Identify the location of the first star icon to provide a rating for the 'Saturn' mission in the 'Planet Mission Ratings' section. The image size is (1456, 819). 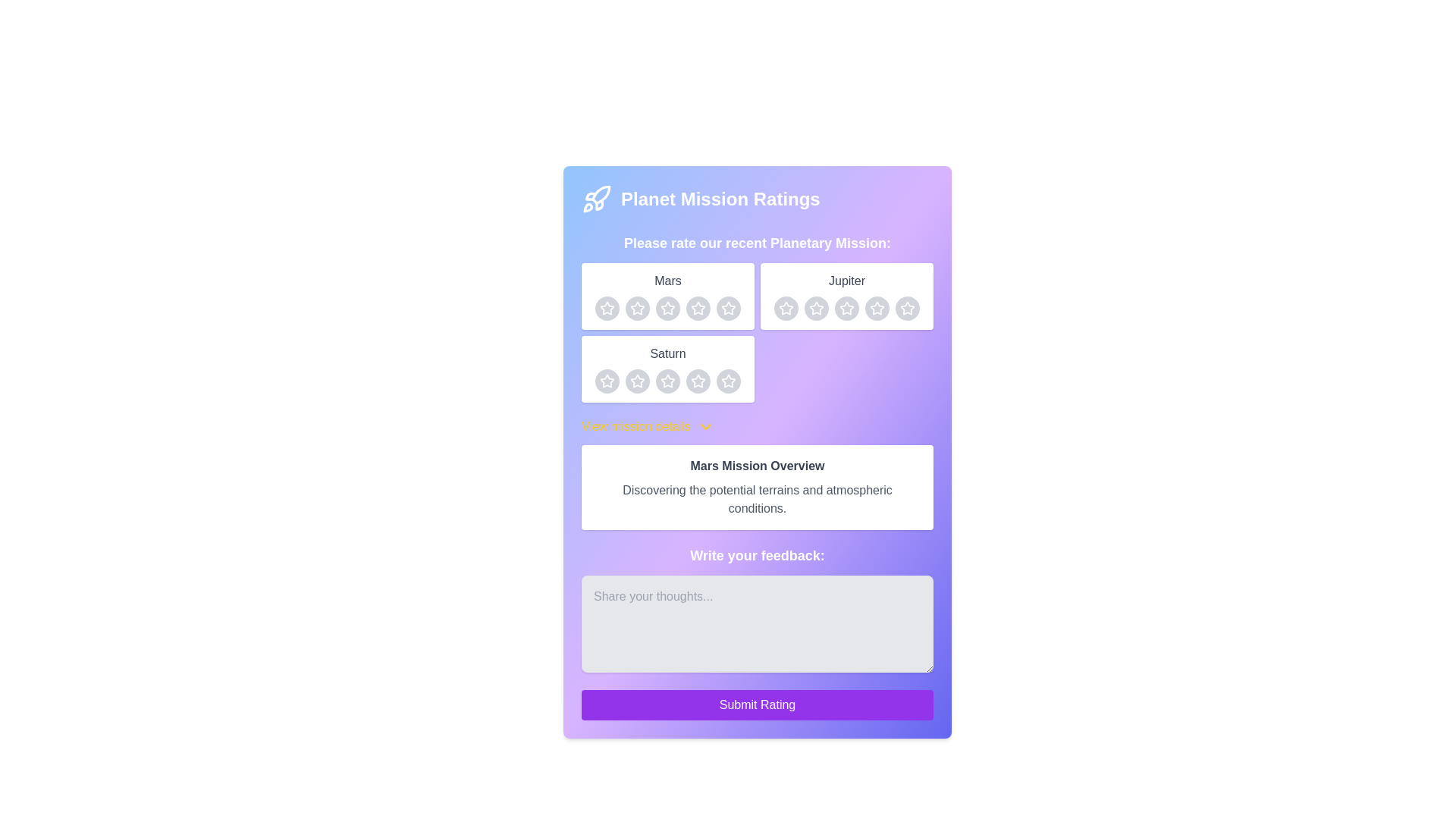
(607, 379).